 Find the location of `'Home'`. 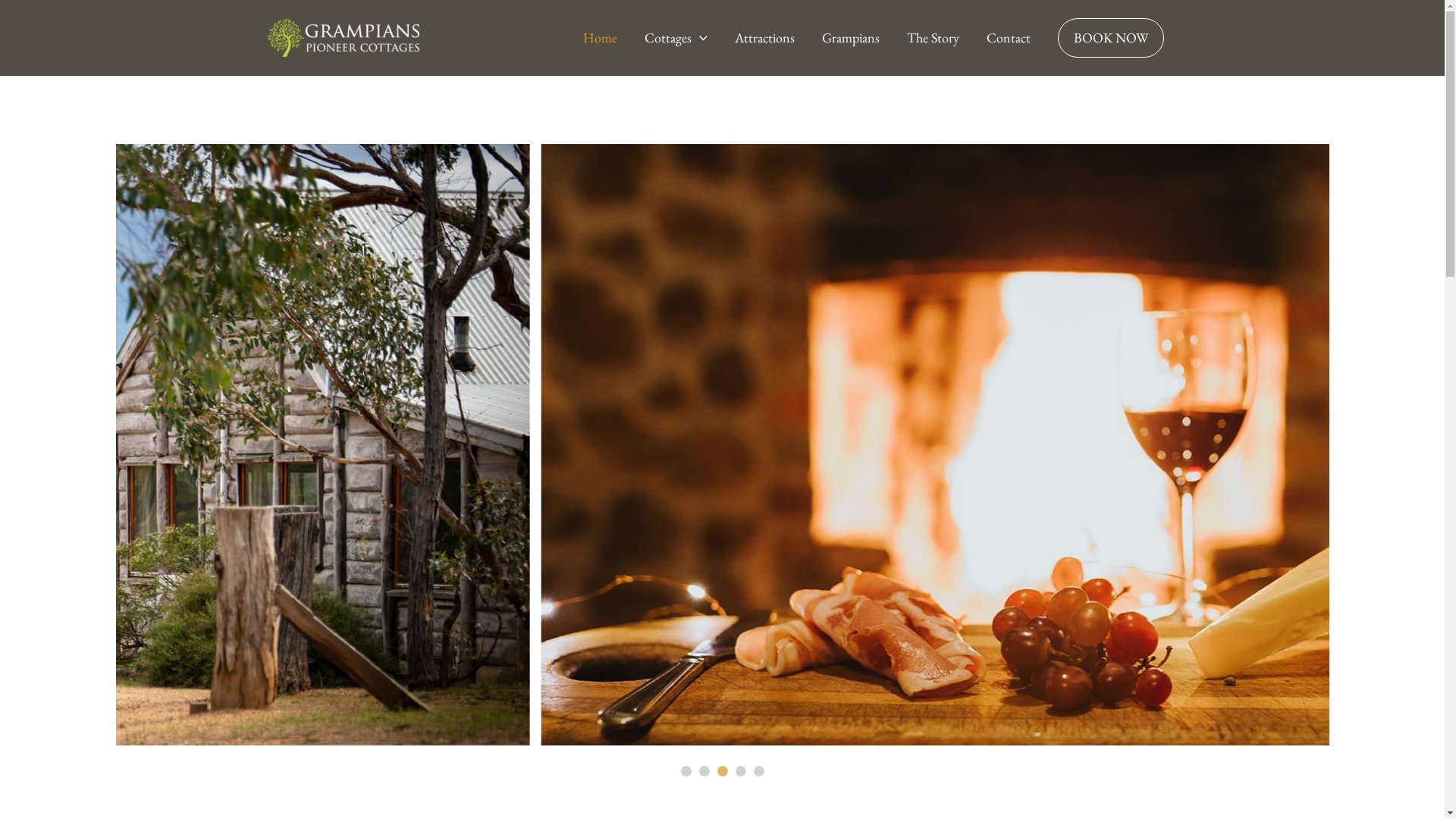

'Home' is located at coordinates (568, 37).